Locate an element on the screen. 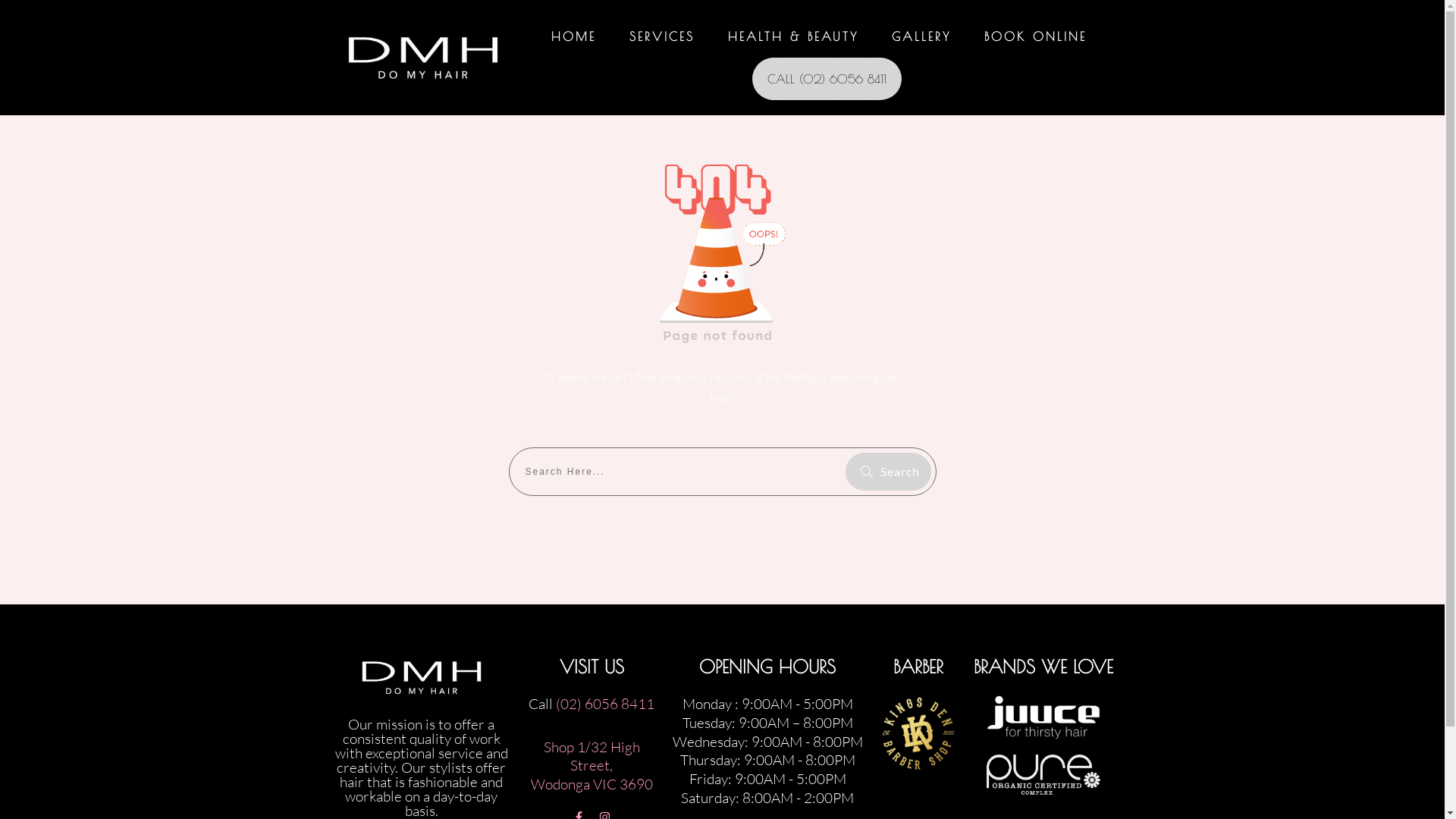 The image size is (1456, 819). '404 img alpha-8 (1)' is located at coordinates (722, 247).